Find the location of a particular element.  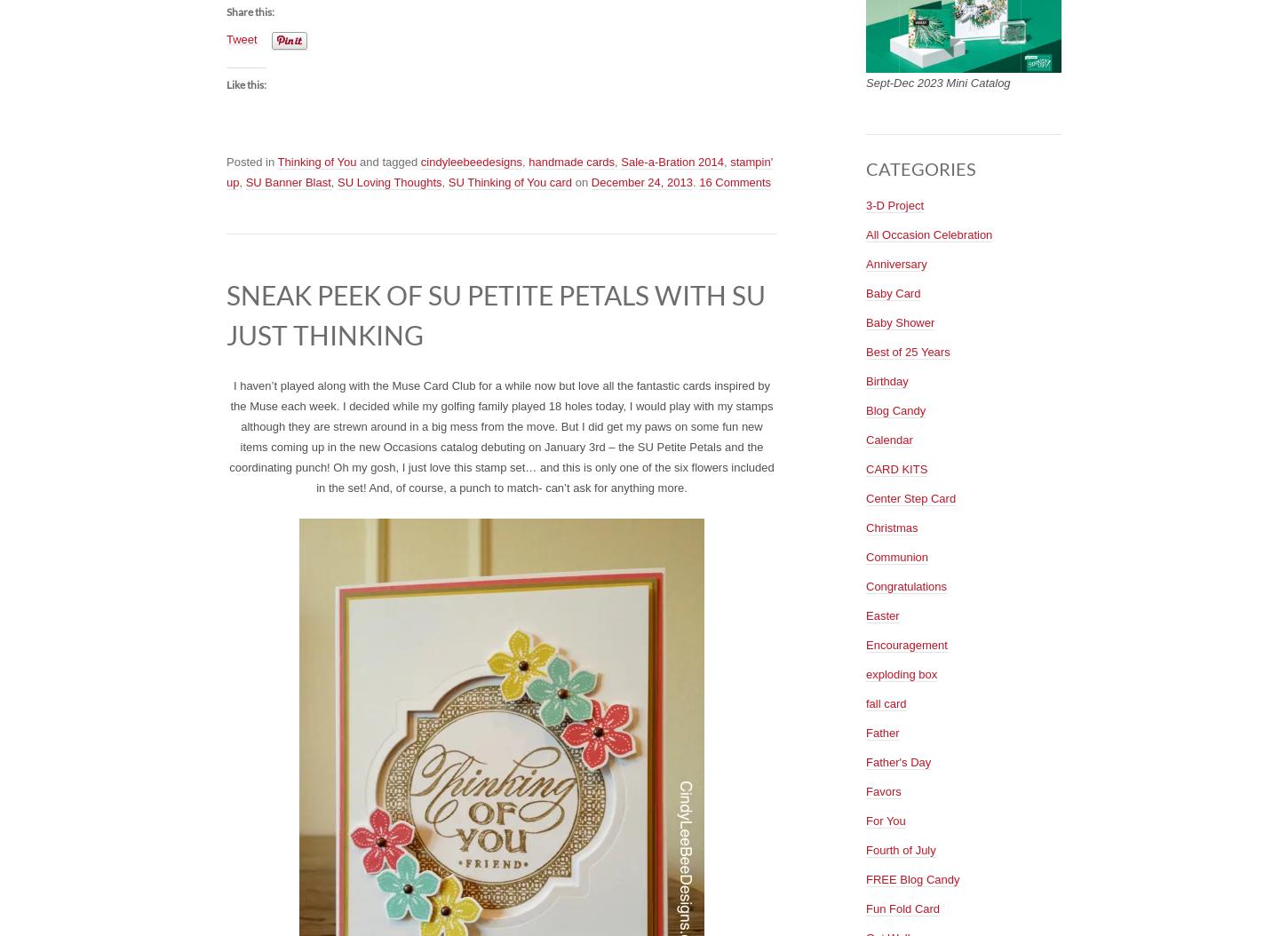

'Communion' is located at coordinates (897, 555).